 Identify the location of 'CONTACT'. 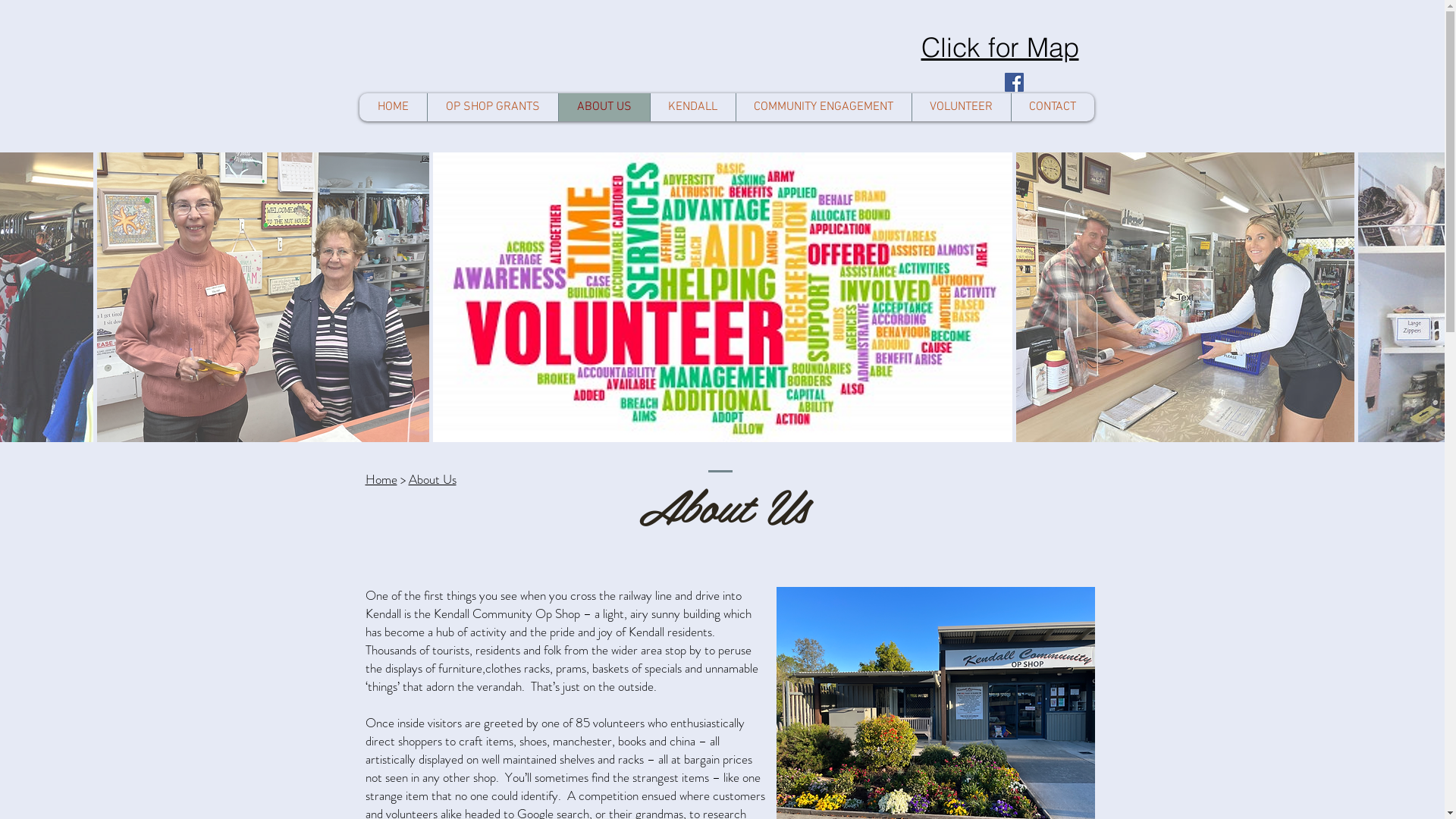
(1051, 106).